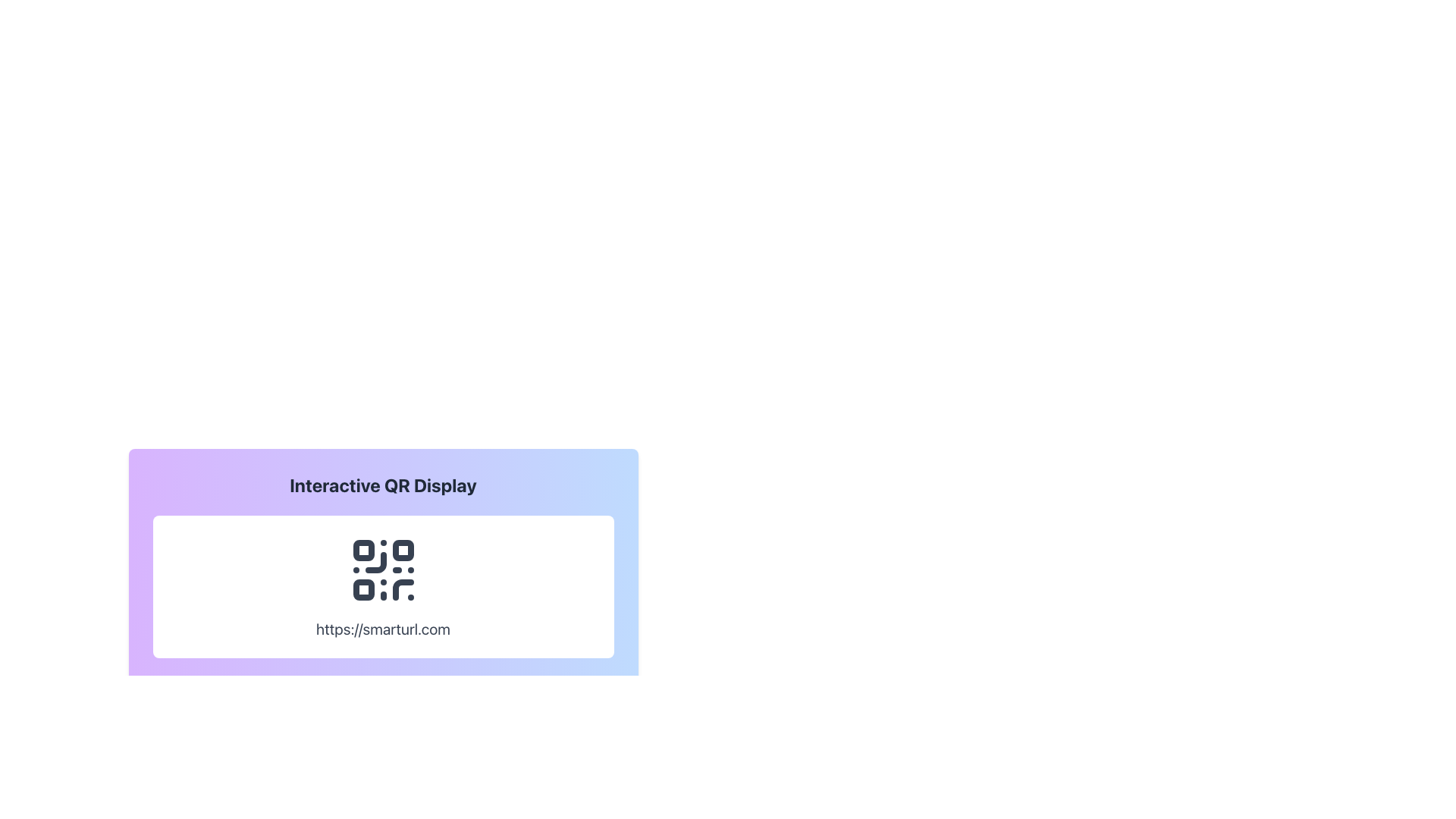  What do you see at coordinates (362, 589) in the screenshot?
I see `the third graphical square in the bottom-left corner of the QR code graphic` at bounding box center [362, 589].